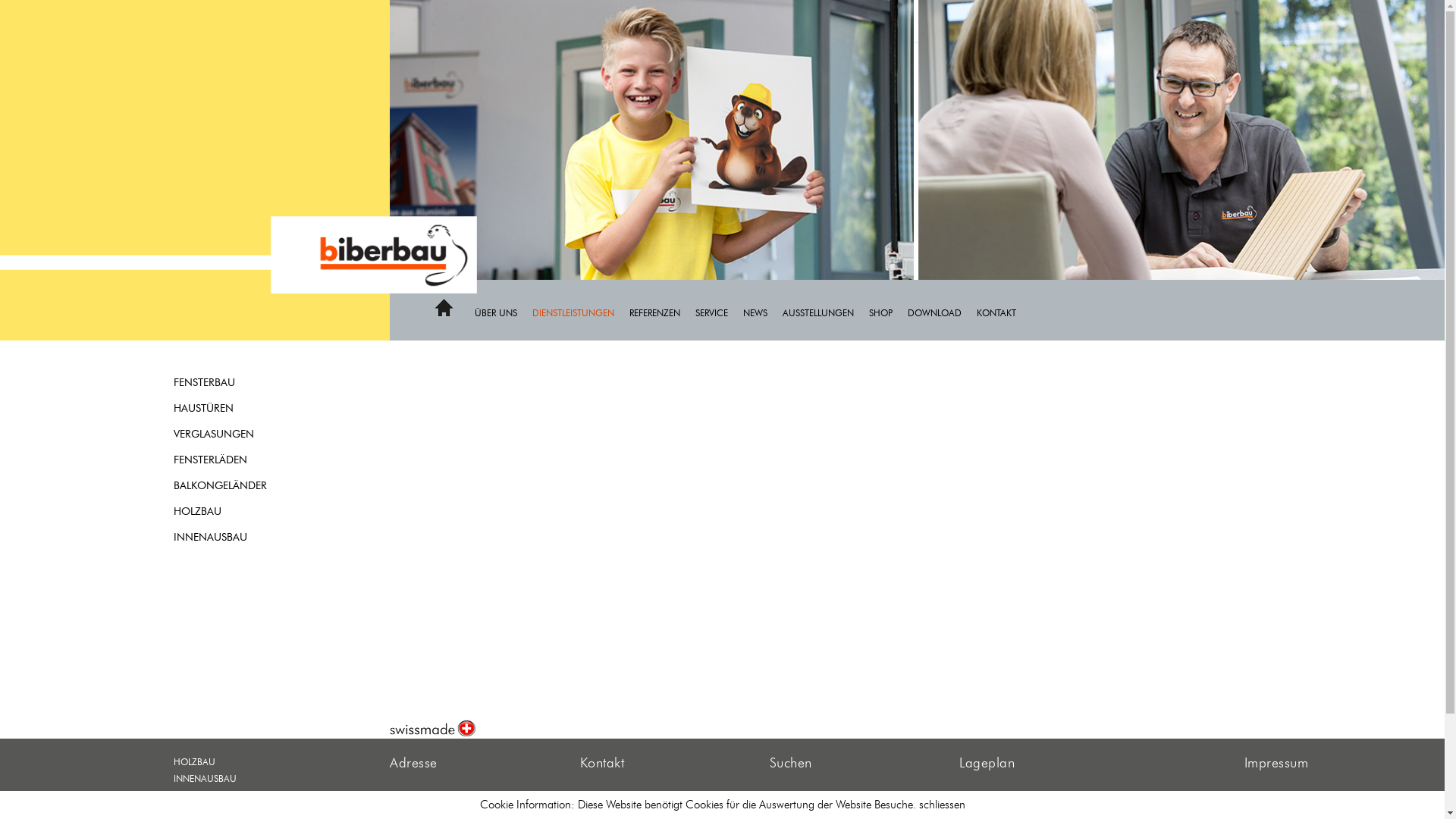  I want to click on 'REFERENZEN', so click(662, 311).